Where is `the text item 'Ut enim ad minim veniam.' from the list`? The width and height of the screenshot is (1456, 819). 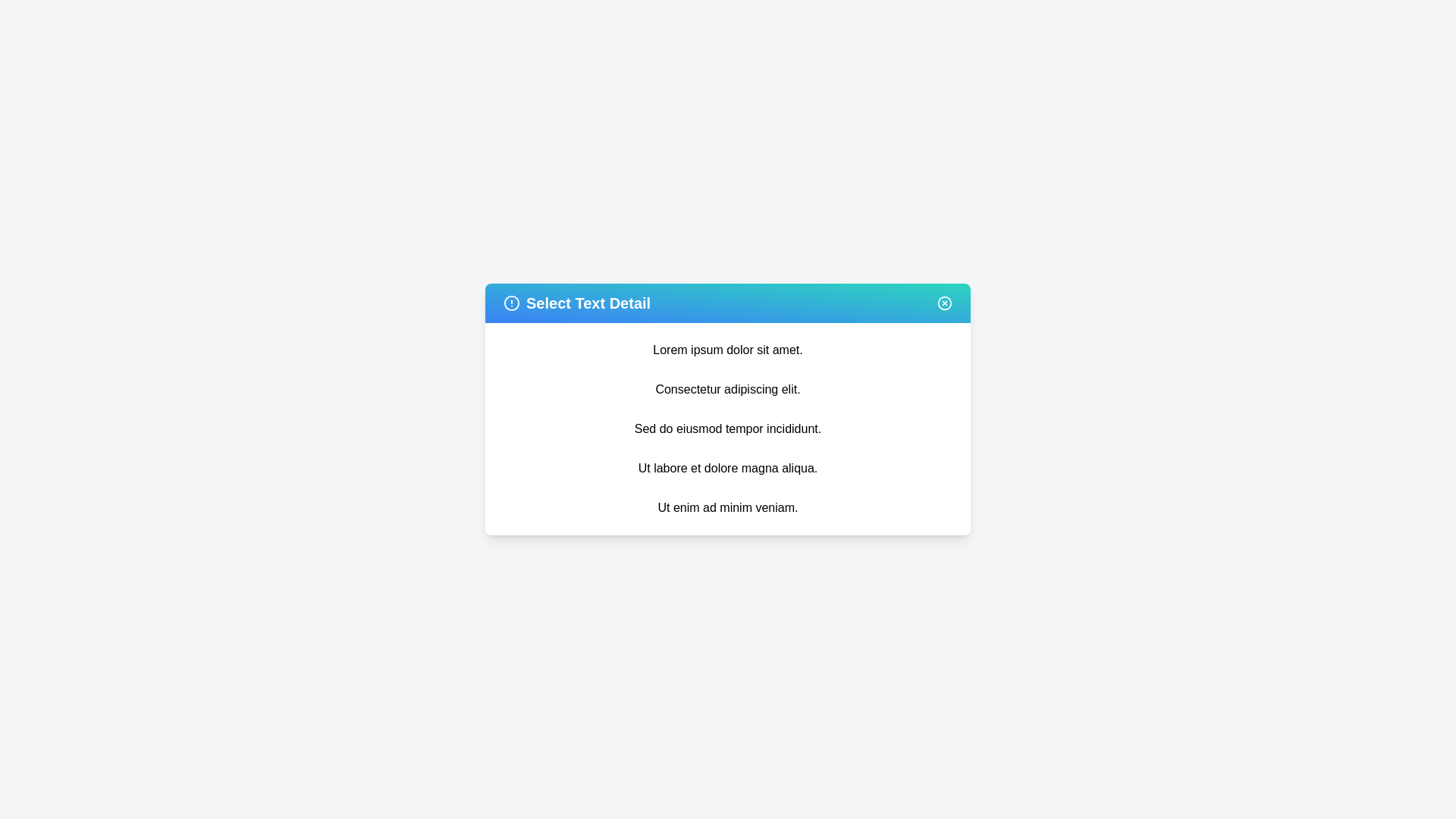 the text item 'Ut enim ad minim veniam.' from the list is located at coordinates (728, 508).